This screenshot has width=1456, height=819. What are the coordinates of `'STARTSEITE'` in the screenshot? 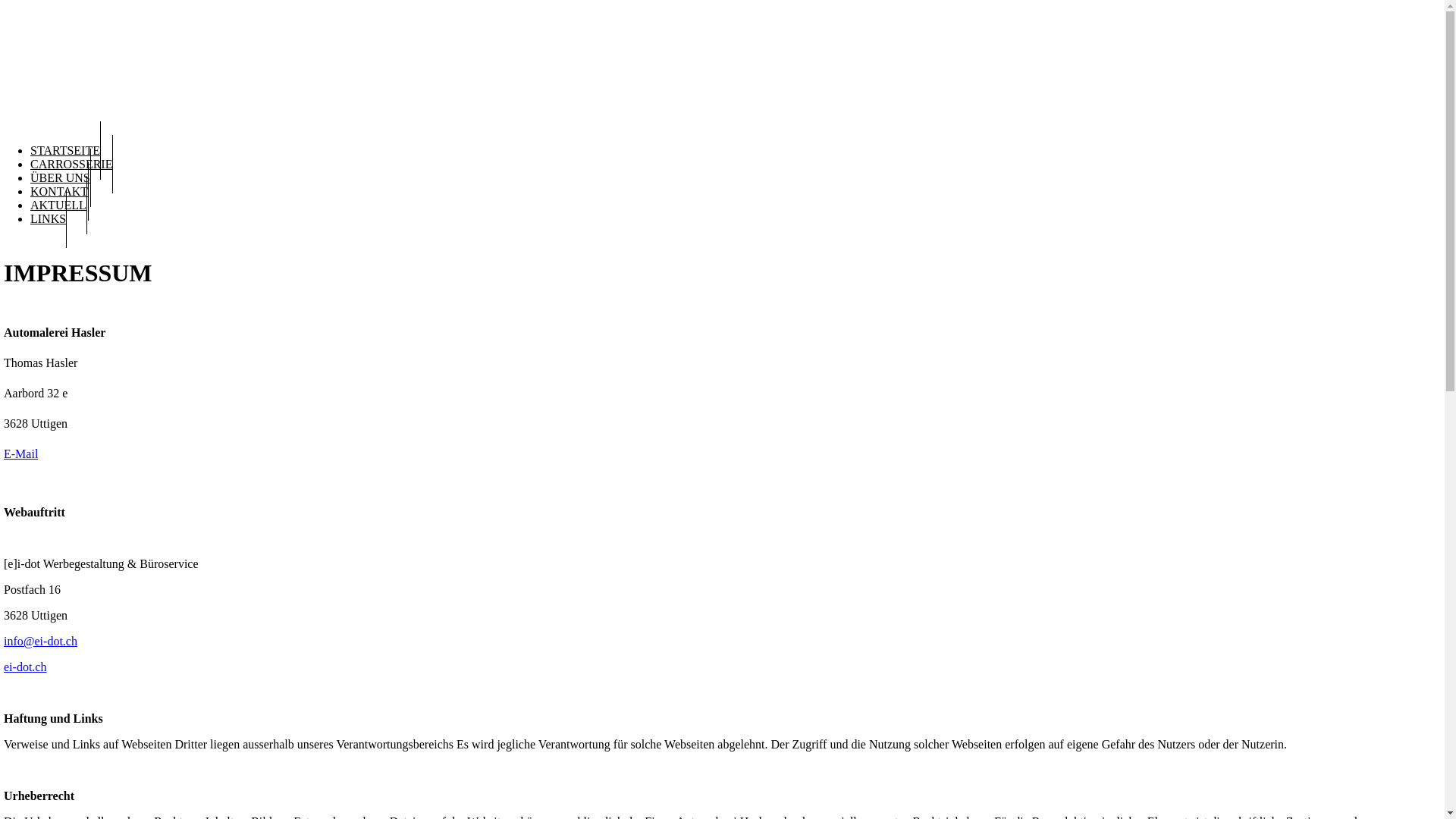 It's located at (30, 150).